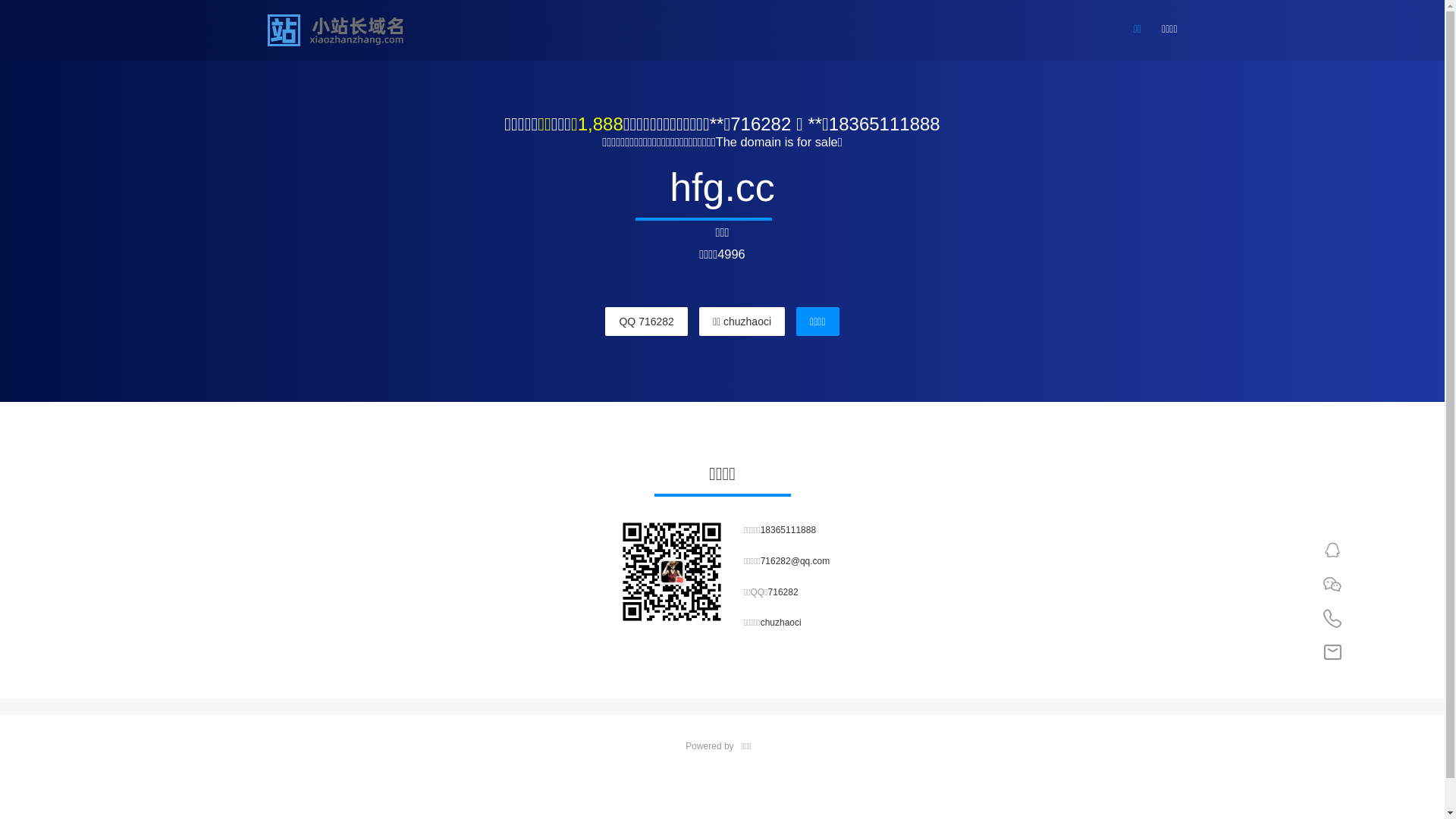 The image size is (1456, 819). Describe the element at coordinates (604, 321) in the screenshot. I see `'QQ 716282'` at that location.